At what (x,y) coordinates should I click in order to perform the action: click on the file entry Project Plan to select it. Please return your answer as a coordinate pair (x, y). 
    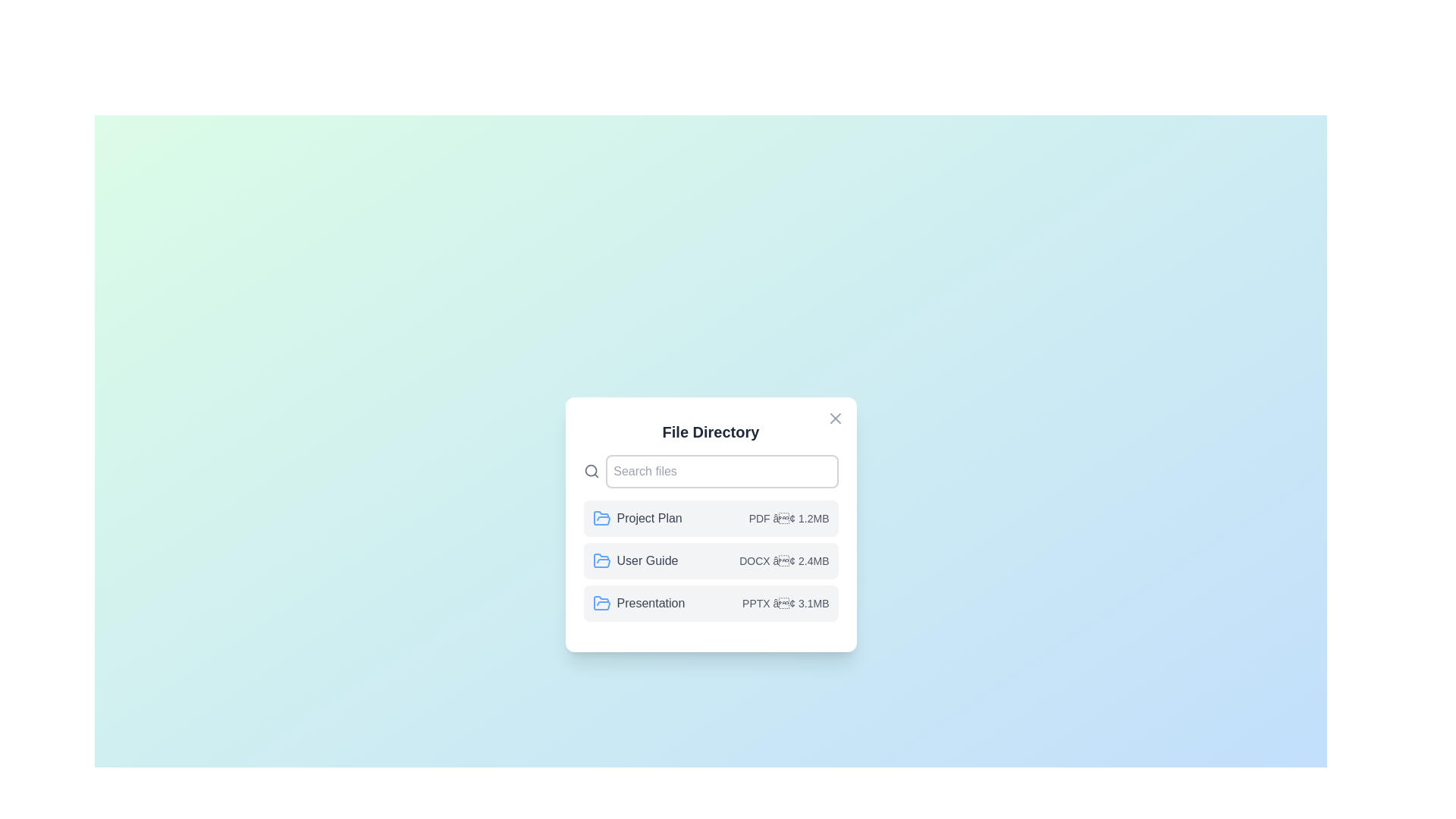
    Looking at the image, I should click on (710, 517).